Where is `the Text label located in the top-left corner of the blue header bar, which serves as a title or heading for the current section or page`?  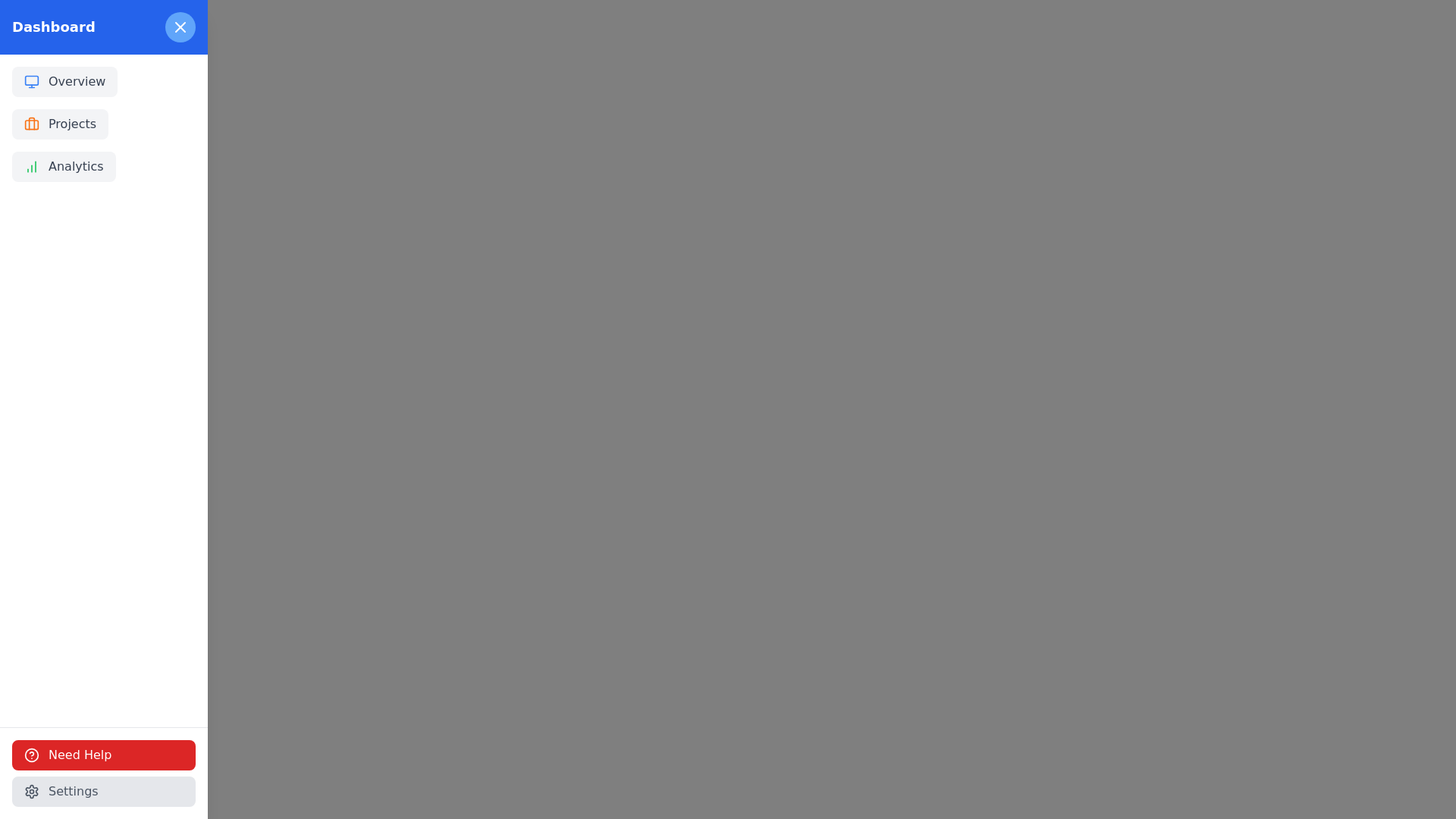
the Text label located in the top-left corner of the blue header bar, which serves as a title or heading for the current section or page is located at coordinates (53, 27).